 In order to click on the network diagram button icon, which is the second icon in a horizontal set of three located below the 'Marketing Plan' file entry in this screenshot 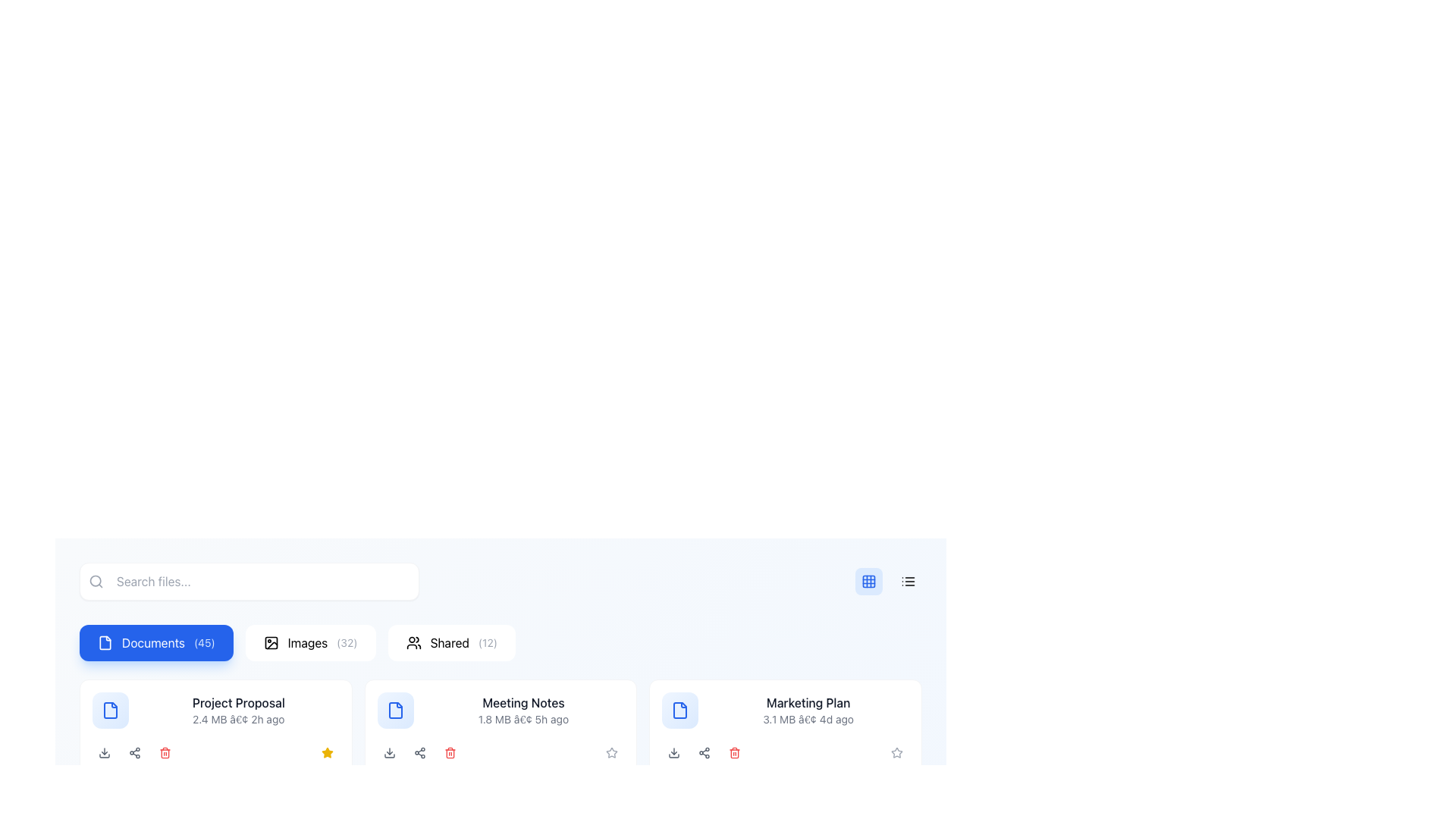, I will do `click(704, 752)`.